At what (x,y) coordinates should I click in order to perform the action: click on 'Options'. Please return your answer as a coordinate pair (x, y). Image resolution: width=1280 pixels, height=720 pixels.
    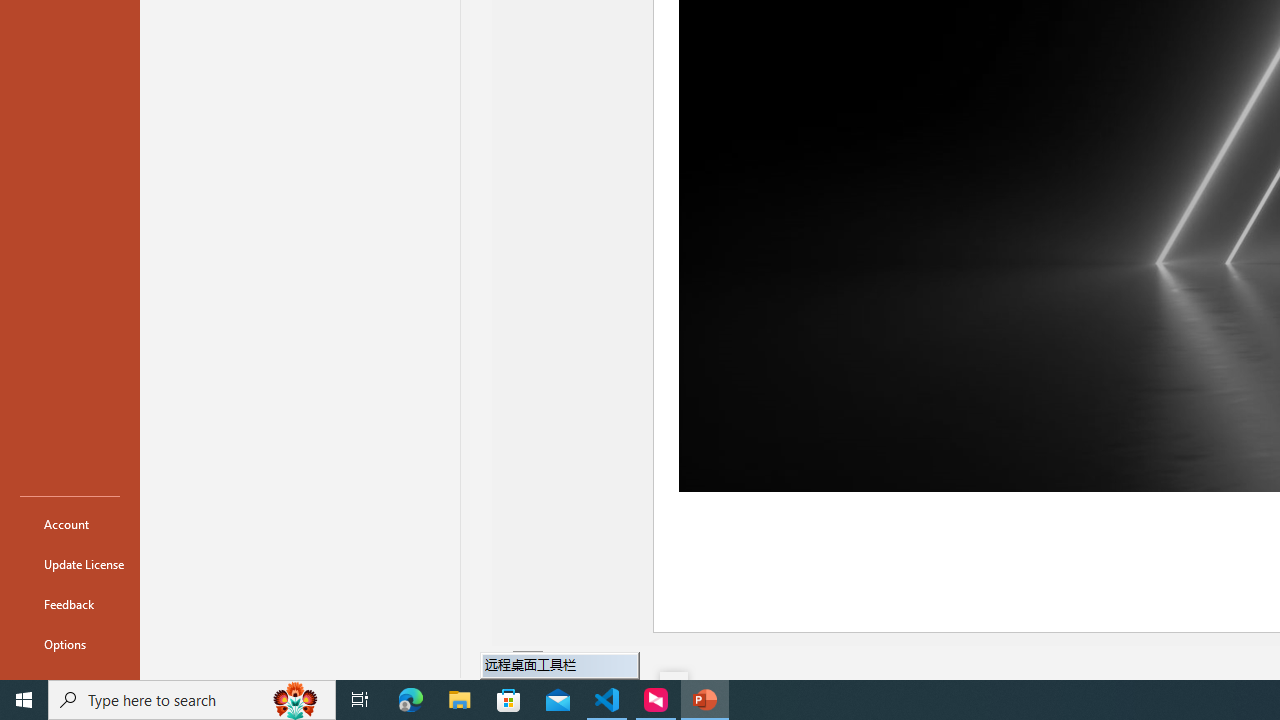
    Looking at the image, I should click on (69, 644).